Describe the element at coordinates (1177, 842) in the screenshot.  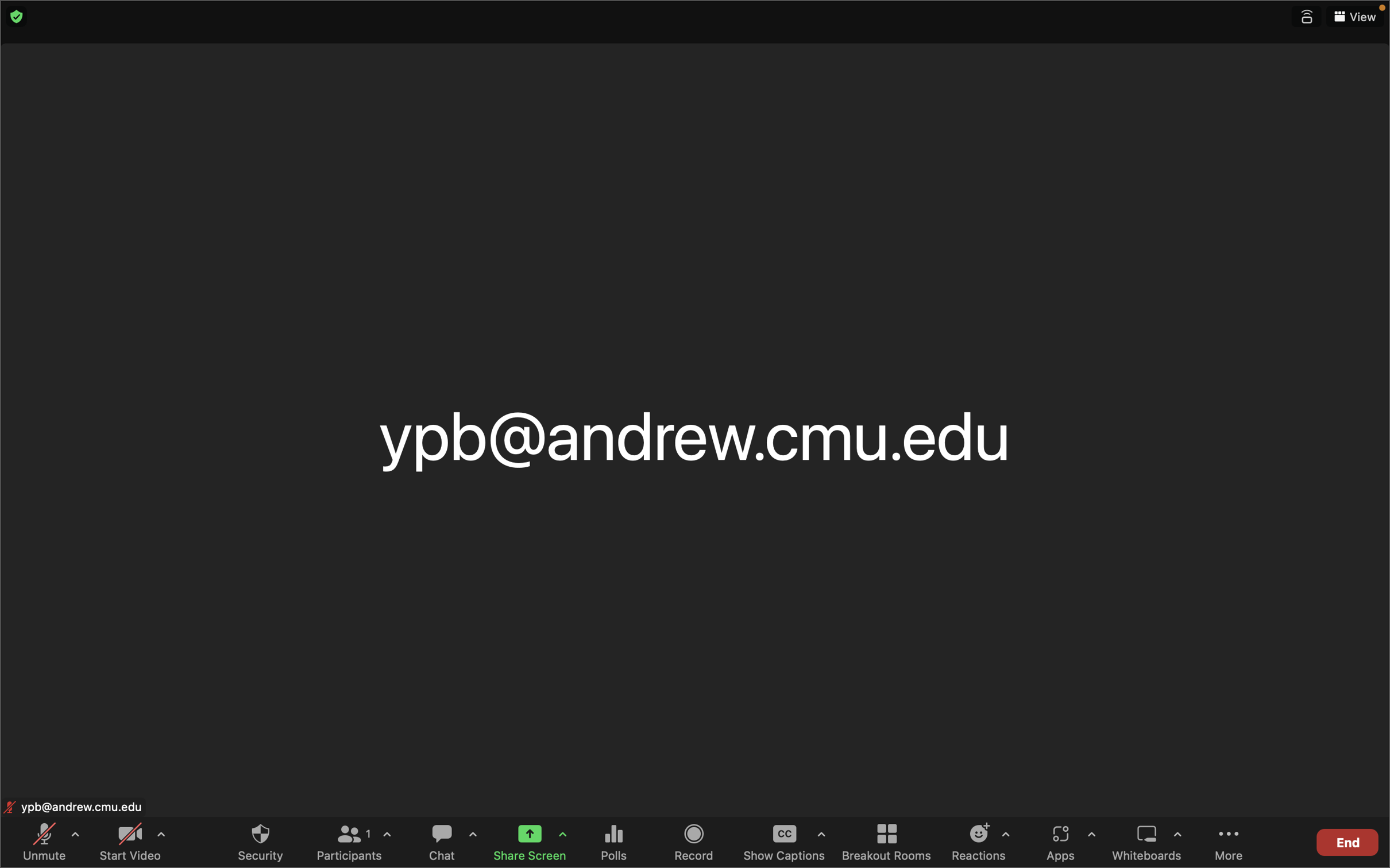
I see `the whiteboard settings` at that location.